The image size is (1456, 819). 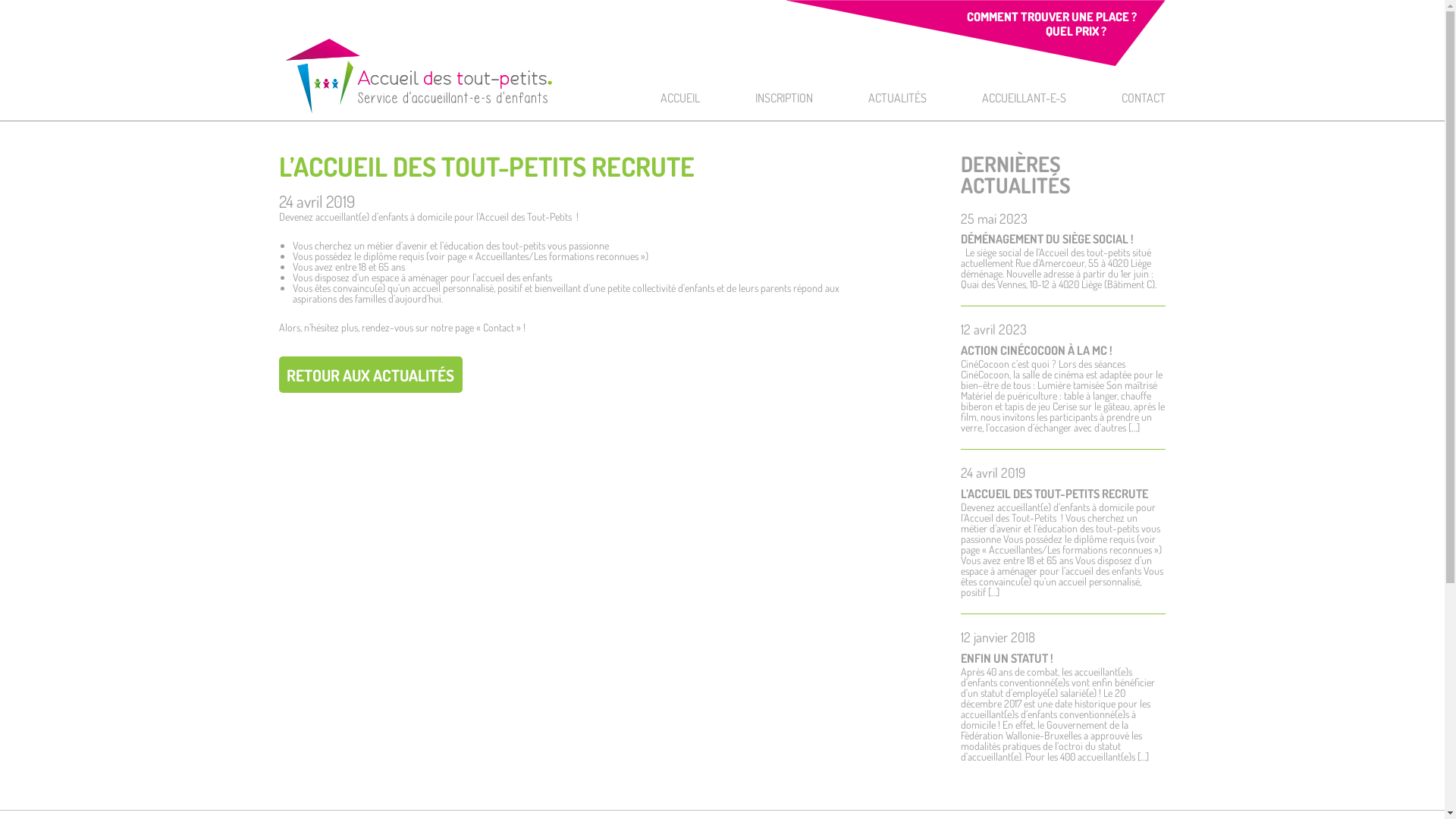 I want to click on 'CONTACT', so click(x=1143, y=97).